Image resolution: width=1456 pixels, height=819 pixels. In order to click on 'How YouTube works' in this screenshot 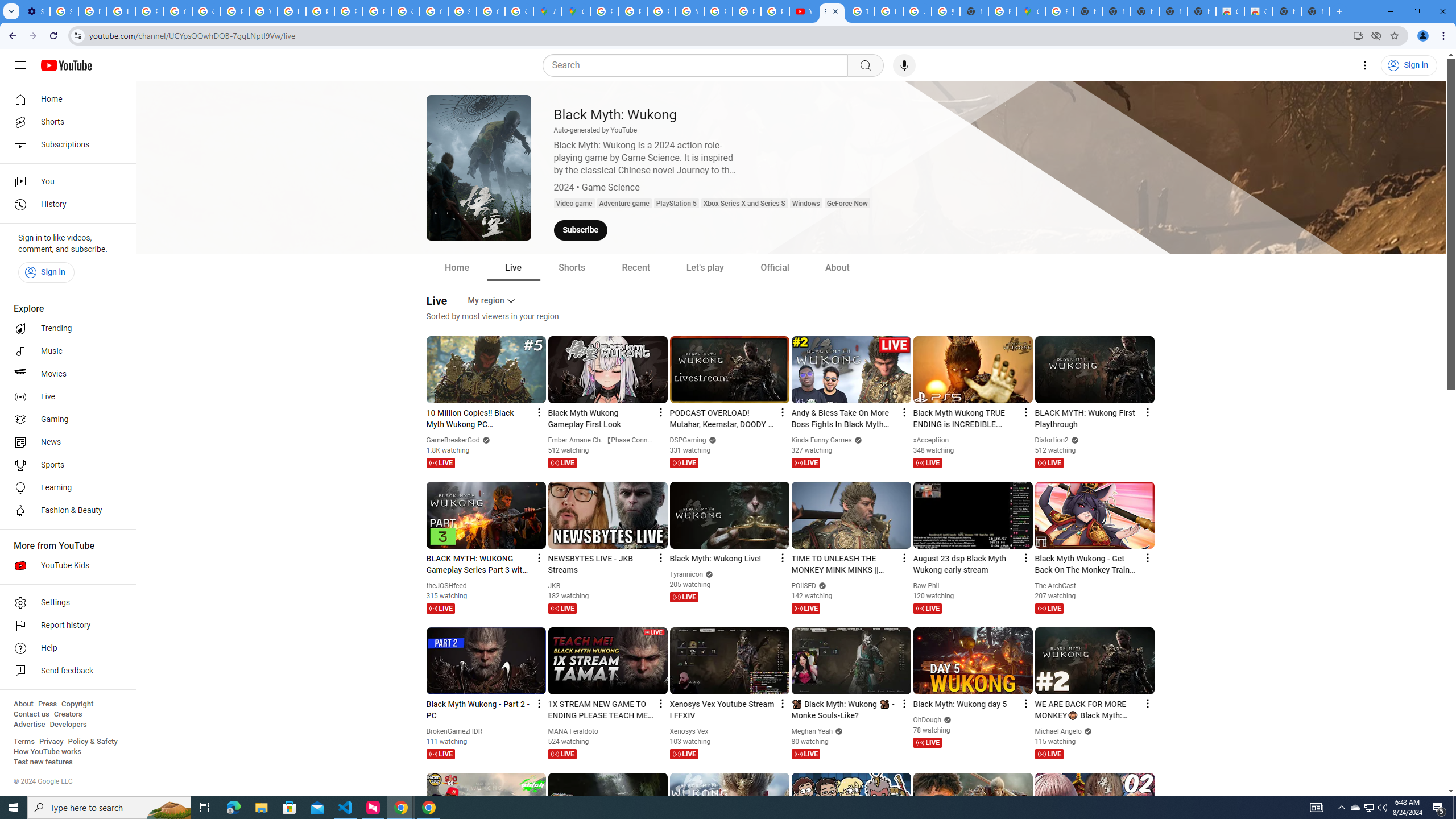, I will do `click(47, 751)`.